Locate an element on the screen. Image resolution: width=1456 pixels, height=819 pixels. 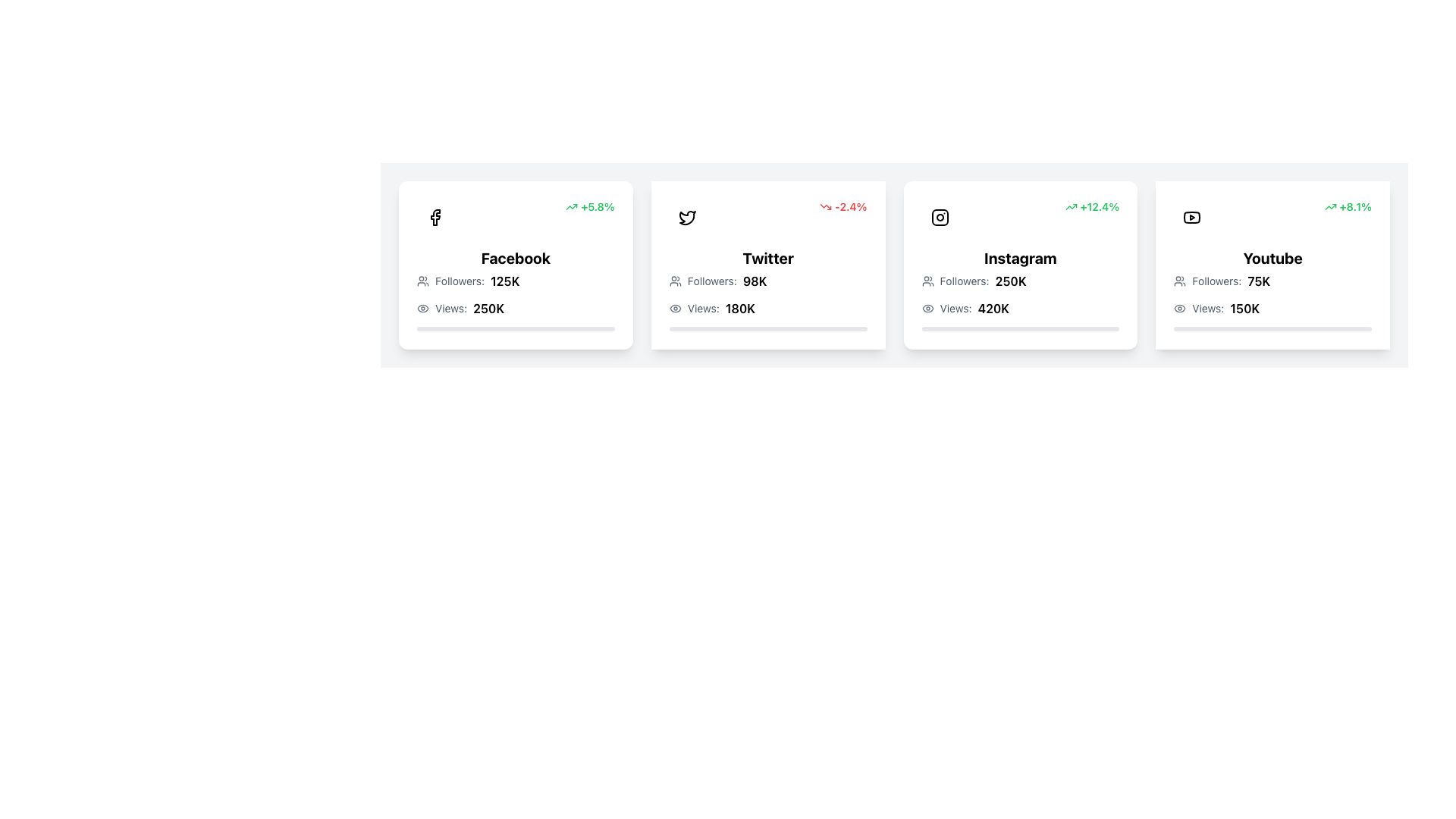
the views icon located in the Instagram section is located at coordinates (927, 308).